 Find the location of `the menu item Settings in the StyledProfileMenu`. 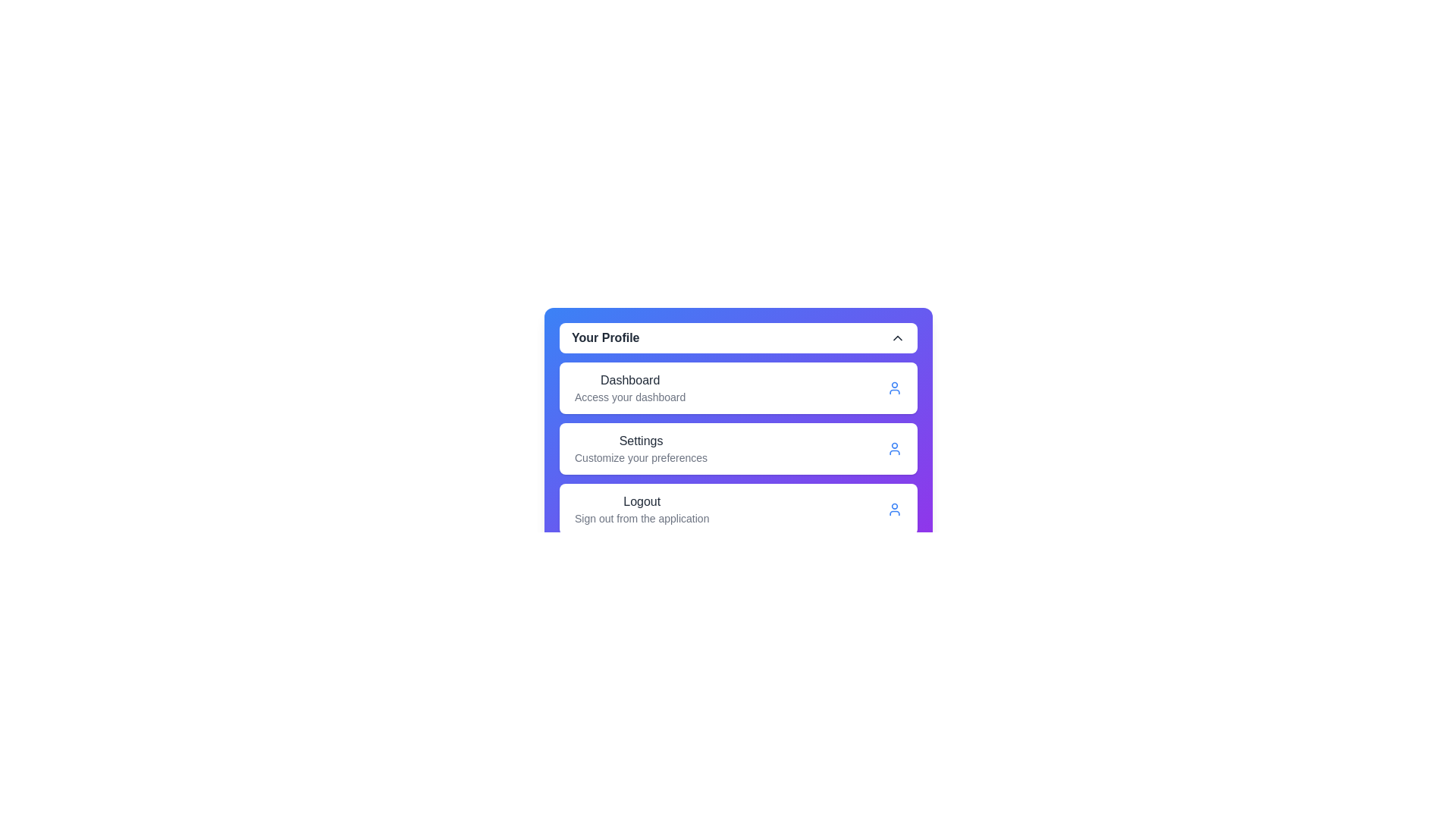

the menu item Settings in the StyledProfileMenu is located at coordinates (739, 447).